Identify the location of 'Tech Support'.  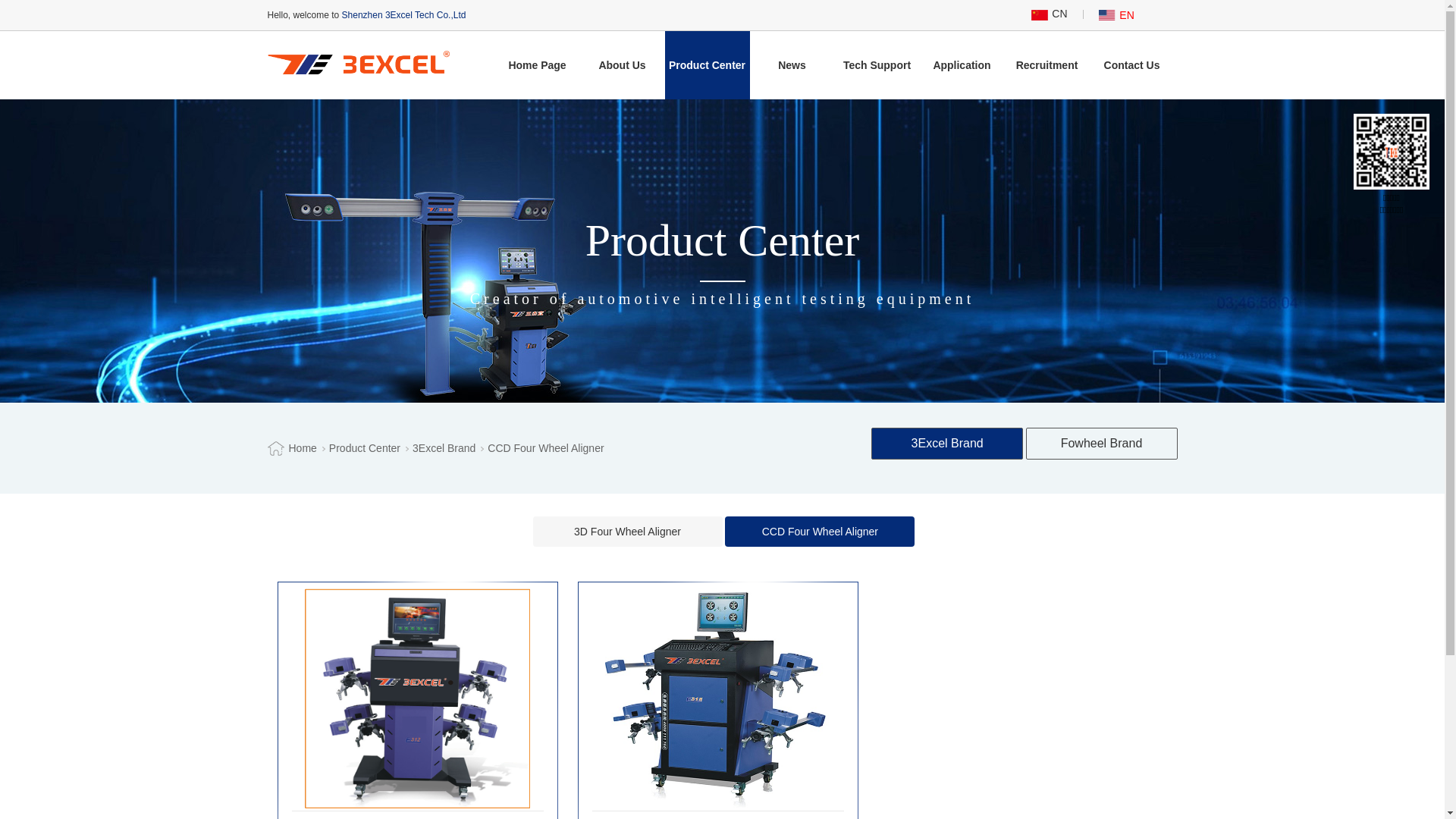
(877, 64).